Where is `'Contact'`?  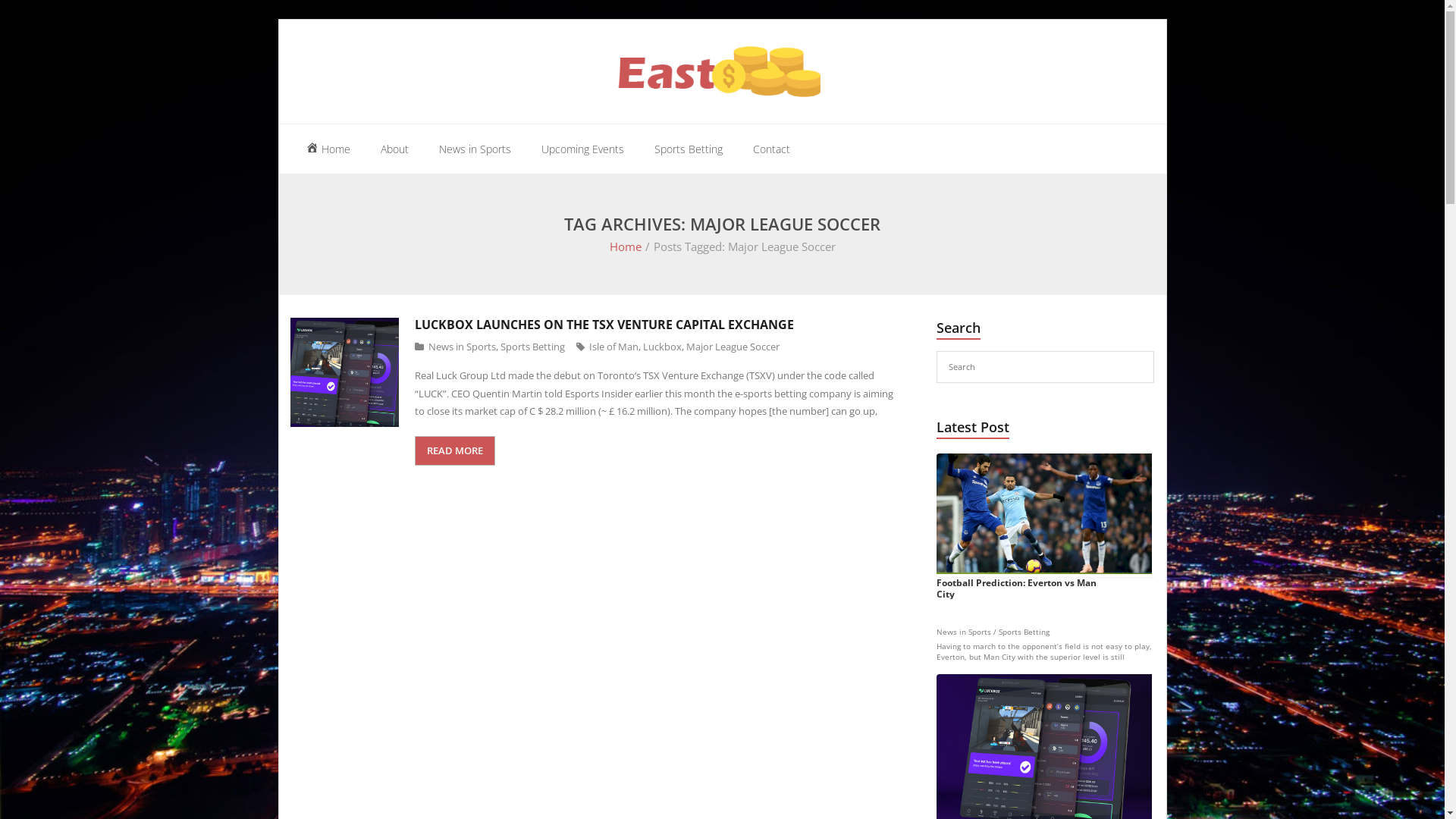
'Contact' is located at coordinates (771, 149).